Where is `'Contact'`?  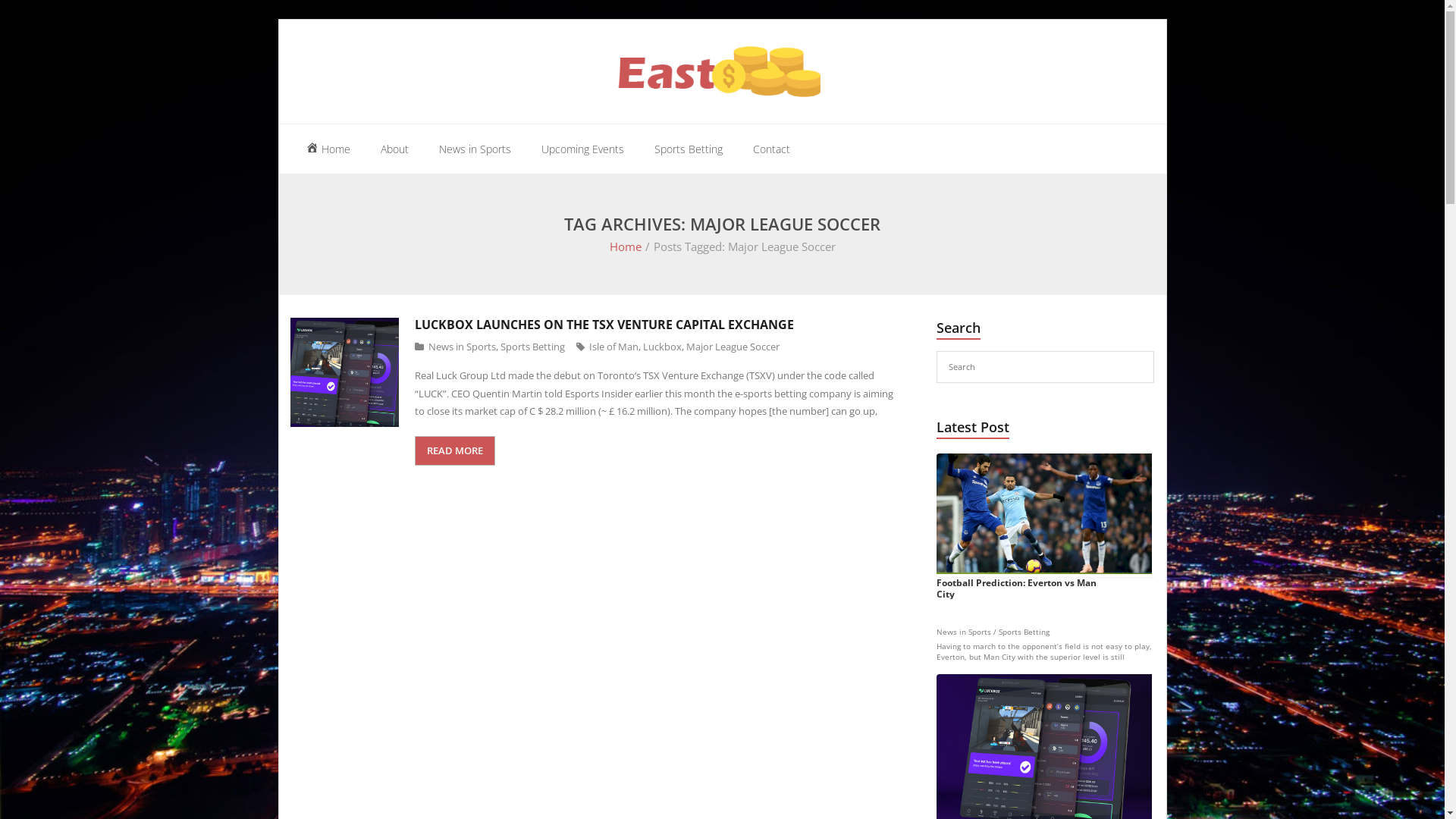
'Contact' is located at coordinates (771, 149).